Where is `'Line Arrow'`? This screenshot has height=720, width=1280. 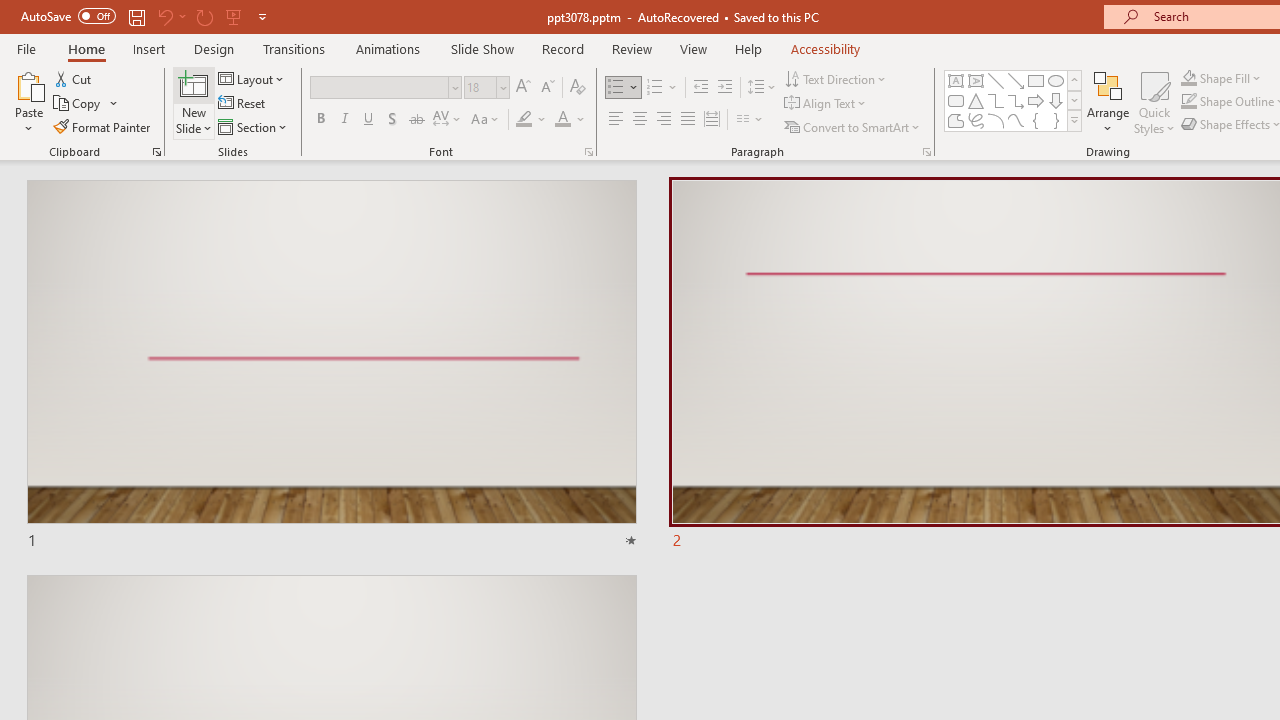
'Line Arrow' is located at coordinates (1016, 80).